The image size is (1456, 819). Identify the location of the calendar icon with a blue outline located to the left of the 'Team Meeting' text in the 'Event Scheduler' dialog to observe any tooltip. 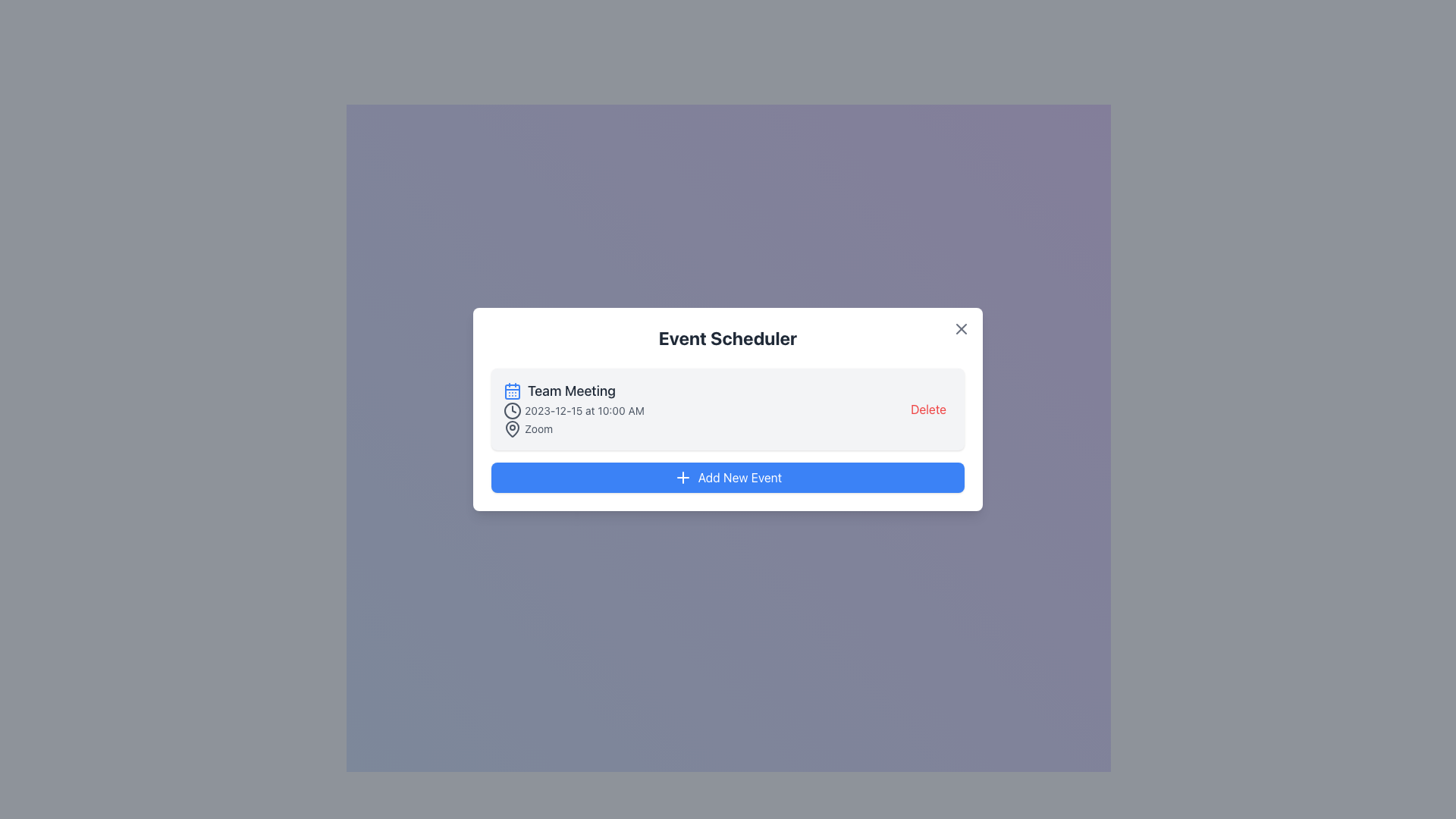
(513, 391).